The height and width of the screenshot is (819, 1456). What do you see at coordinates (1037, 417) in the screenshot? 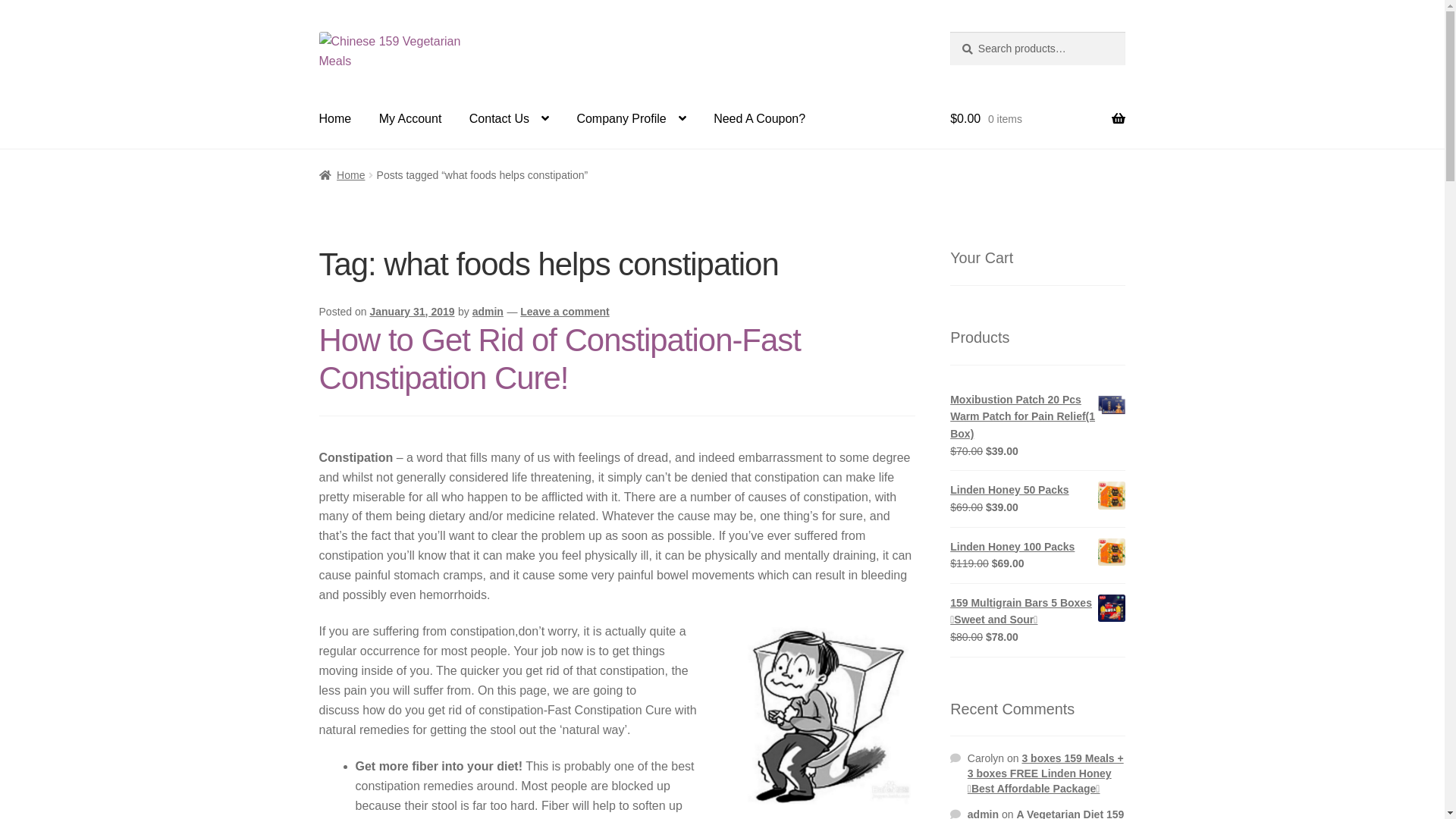
I see `'Moxibustion Patch 20 Pcs Warm Patch for Pain Relief(1 Box)'` at bounding box center [1037, 417].